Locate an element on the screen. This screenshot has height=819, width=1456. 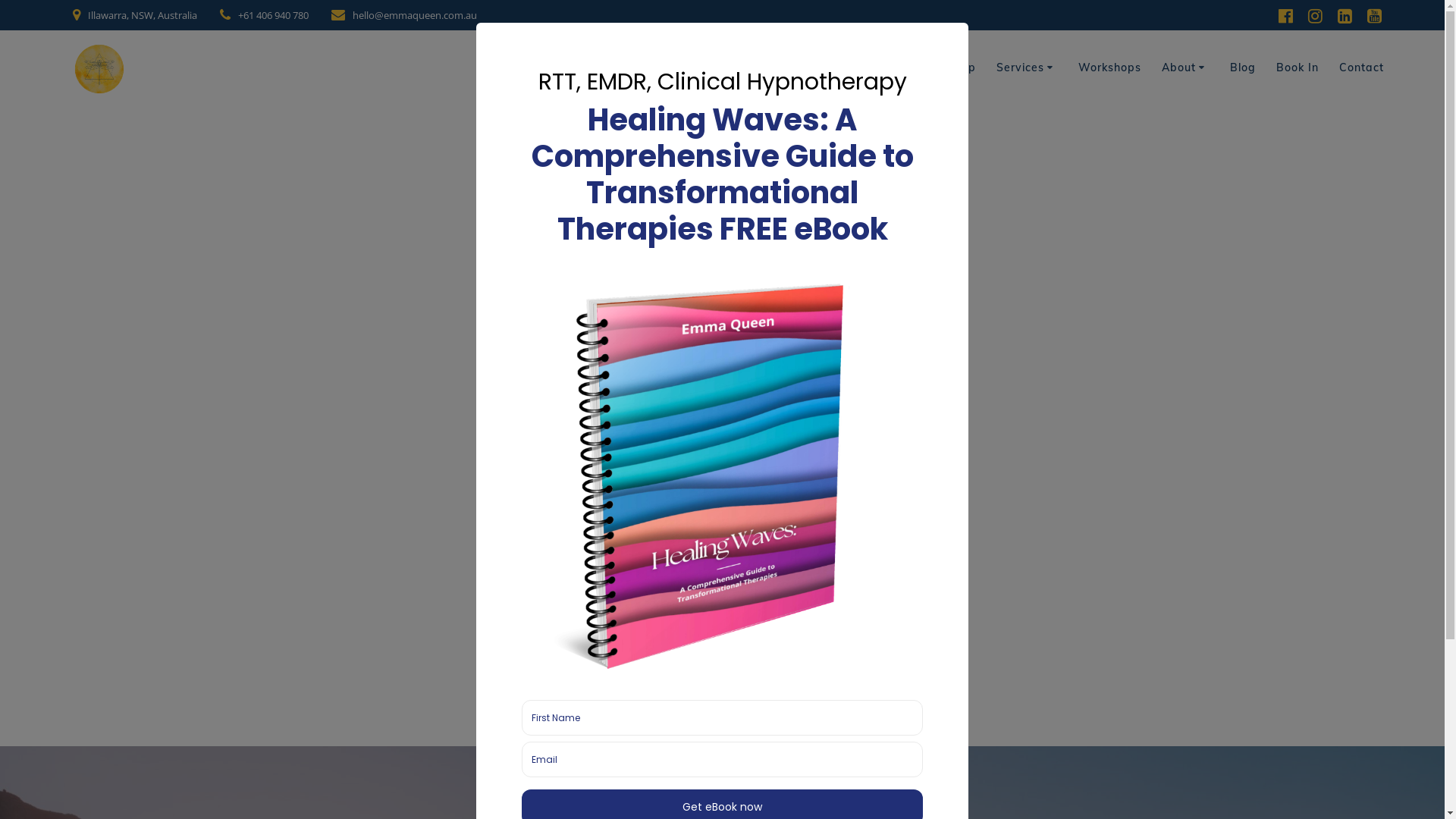
'About' is located at coordinates (1160, 68).